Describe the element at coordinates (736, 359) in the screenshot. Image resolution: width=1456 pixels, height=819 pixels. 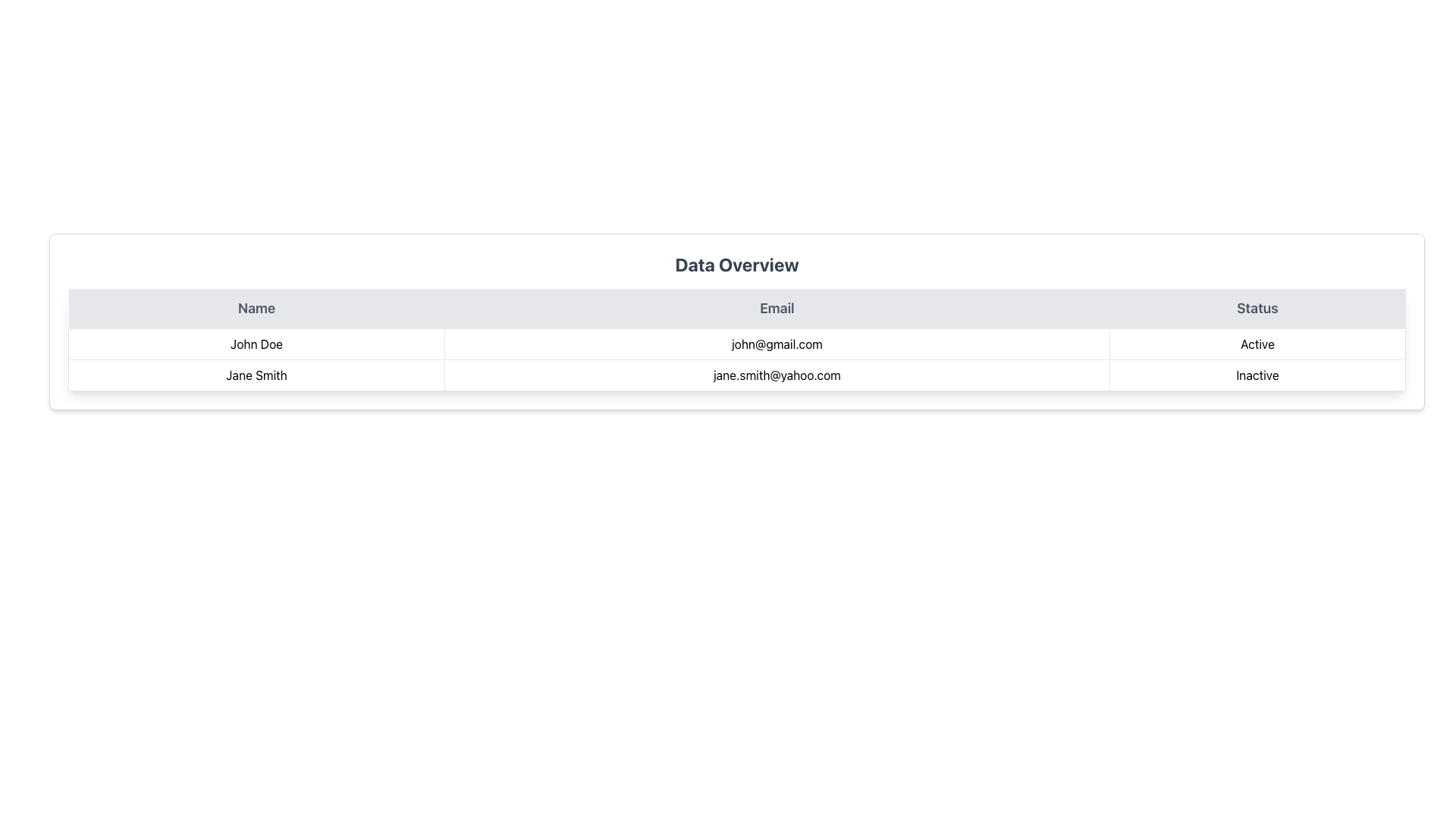
I see `the text displayed in the first row of the table containing 'John Doe', 'john@gmail.com', and 'Active'` at that location.